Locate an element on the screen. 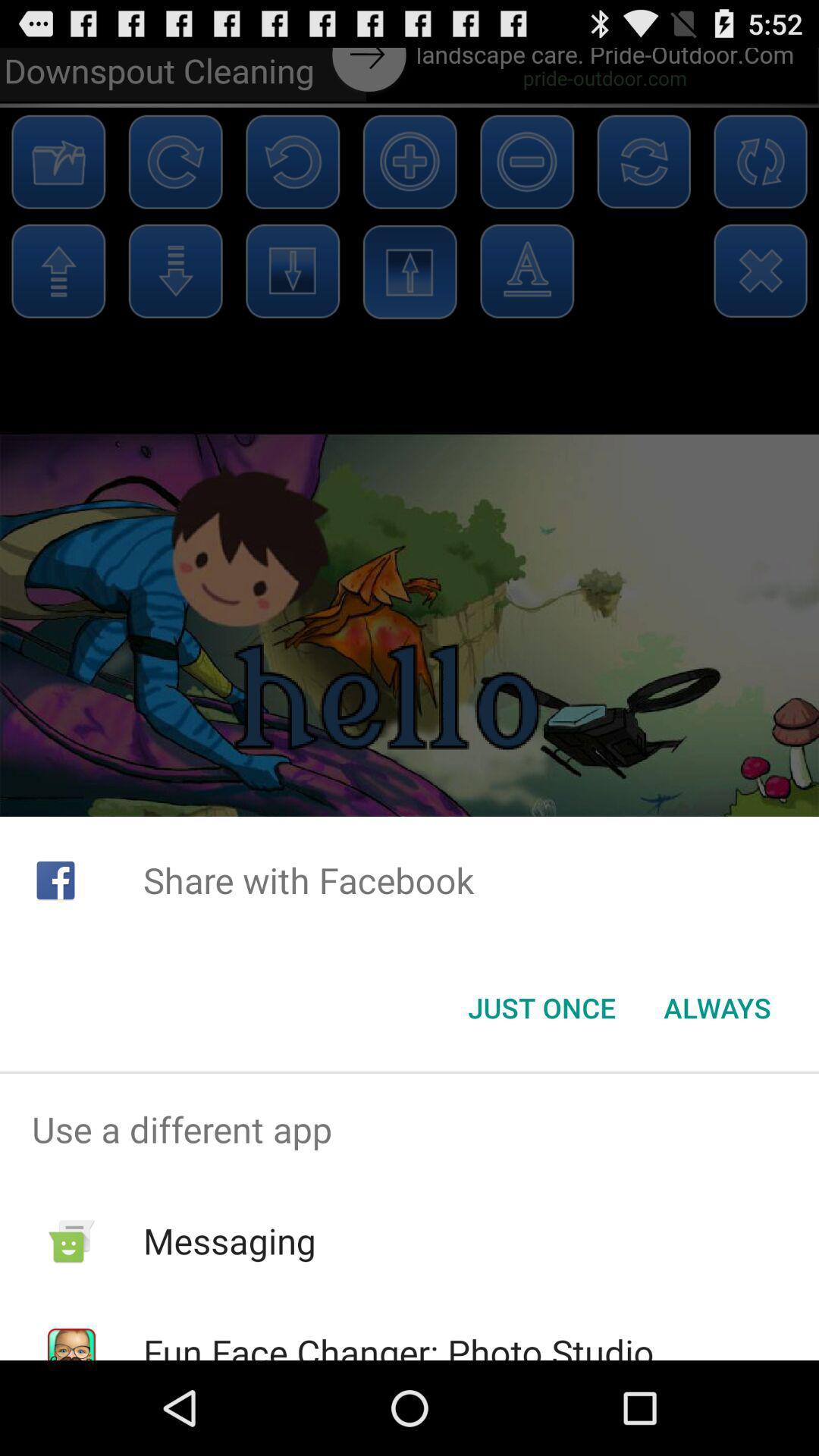  the item below share with facebook is located at coordinates (541, 1008).